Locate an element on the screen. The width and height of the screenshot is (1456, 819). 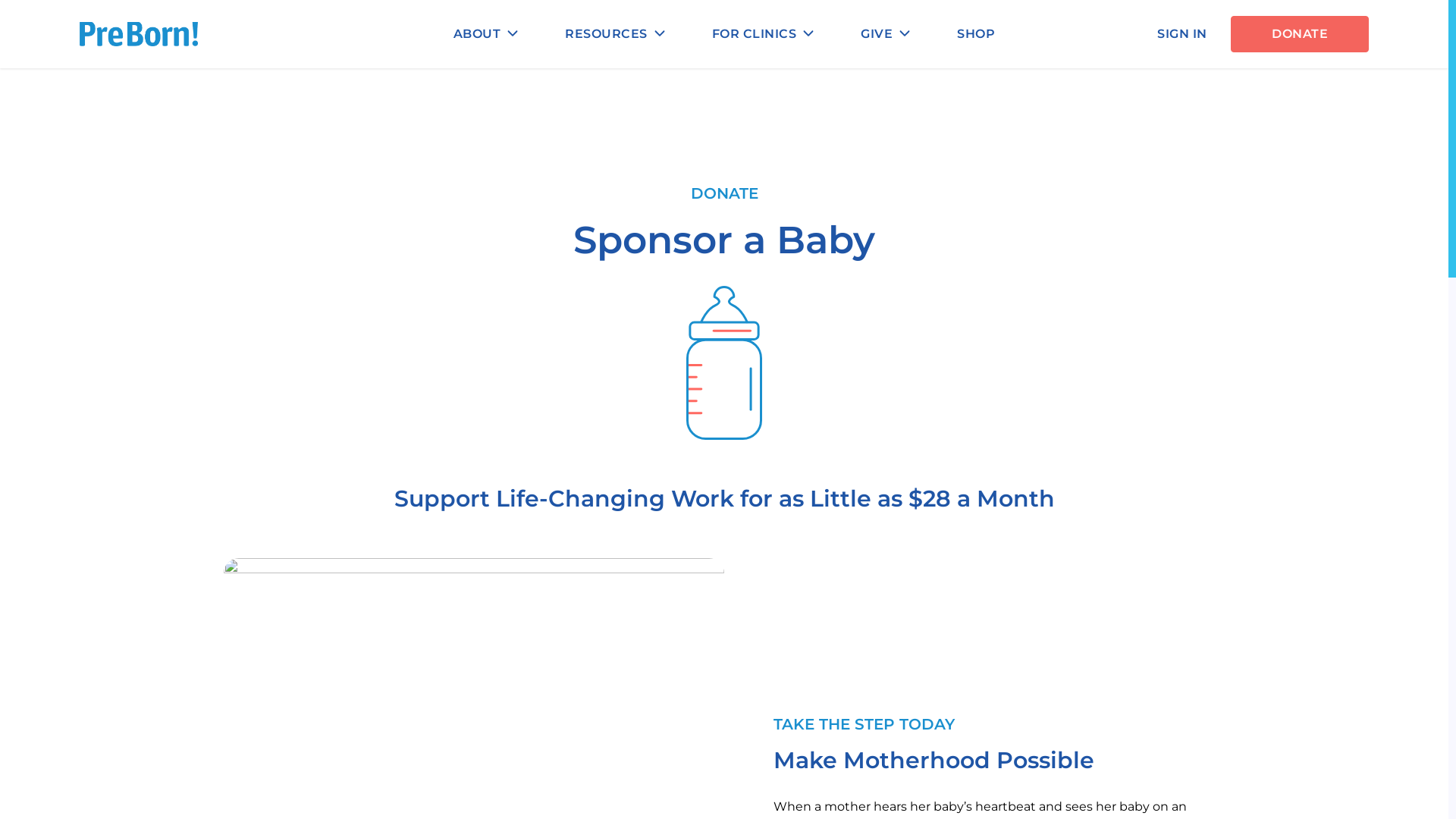
'SHOP' is located at coordinates (975, 34).